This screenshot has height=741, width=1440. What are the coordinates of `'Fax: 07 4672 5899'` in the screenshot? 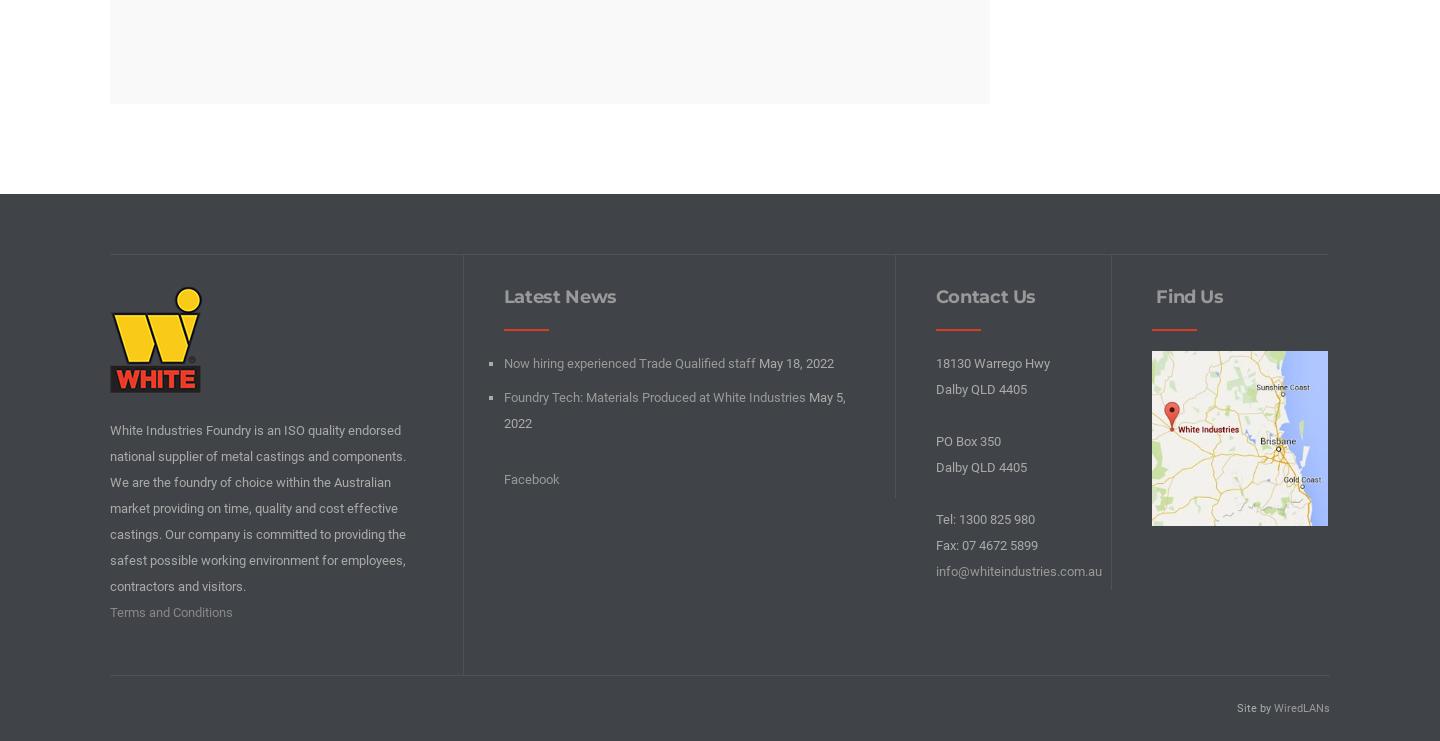 It's located at (984, 545).